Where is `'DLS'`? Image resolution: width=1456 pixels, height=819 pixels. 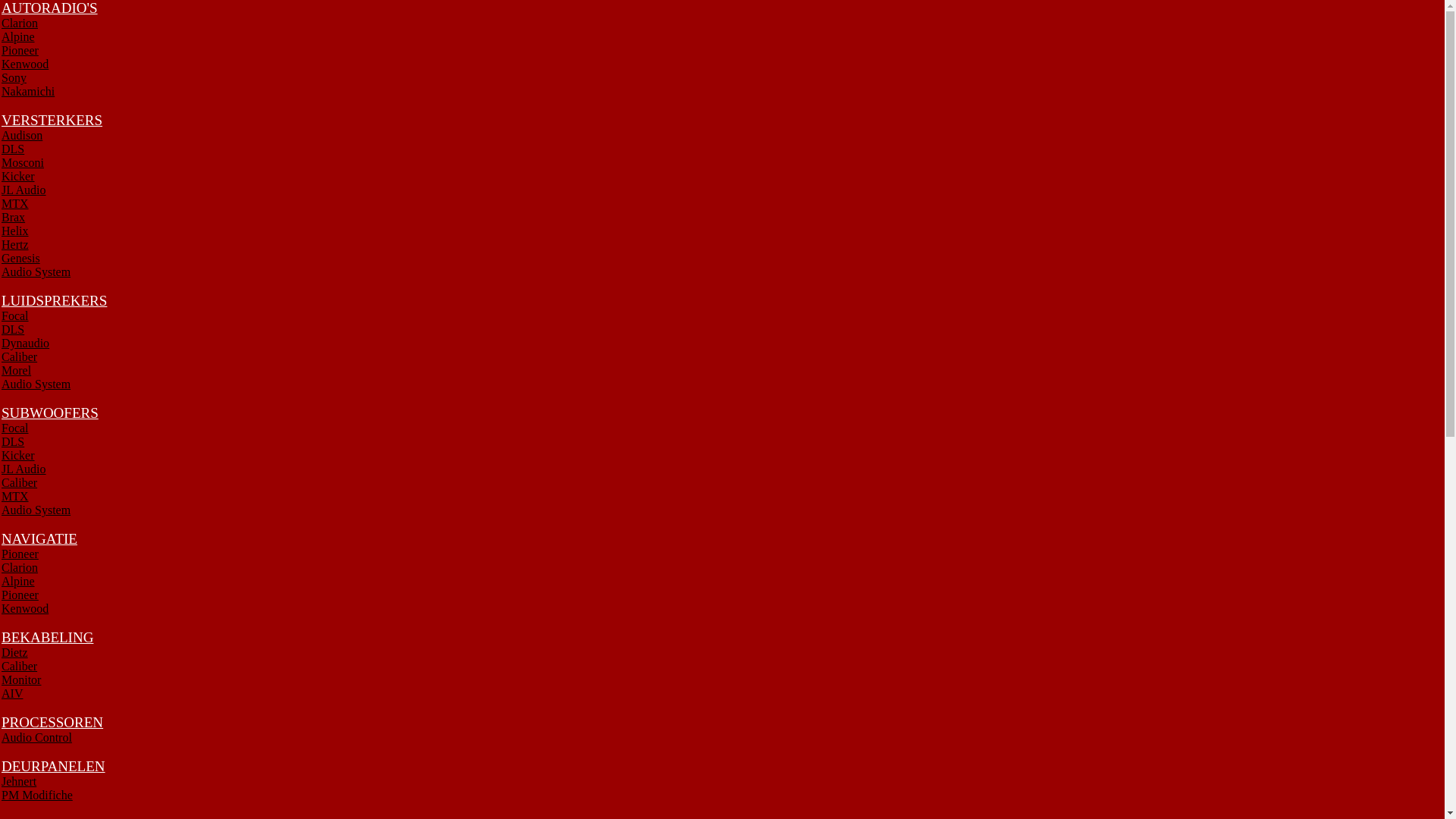
'DLS' is located at coordinates (13, 441).